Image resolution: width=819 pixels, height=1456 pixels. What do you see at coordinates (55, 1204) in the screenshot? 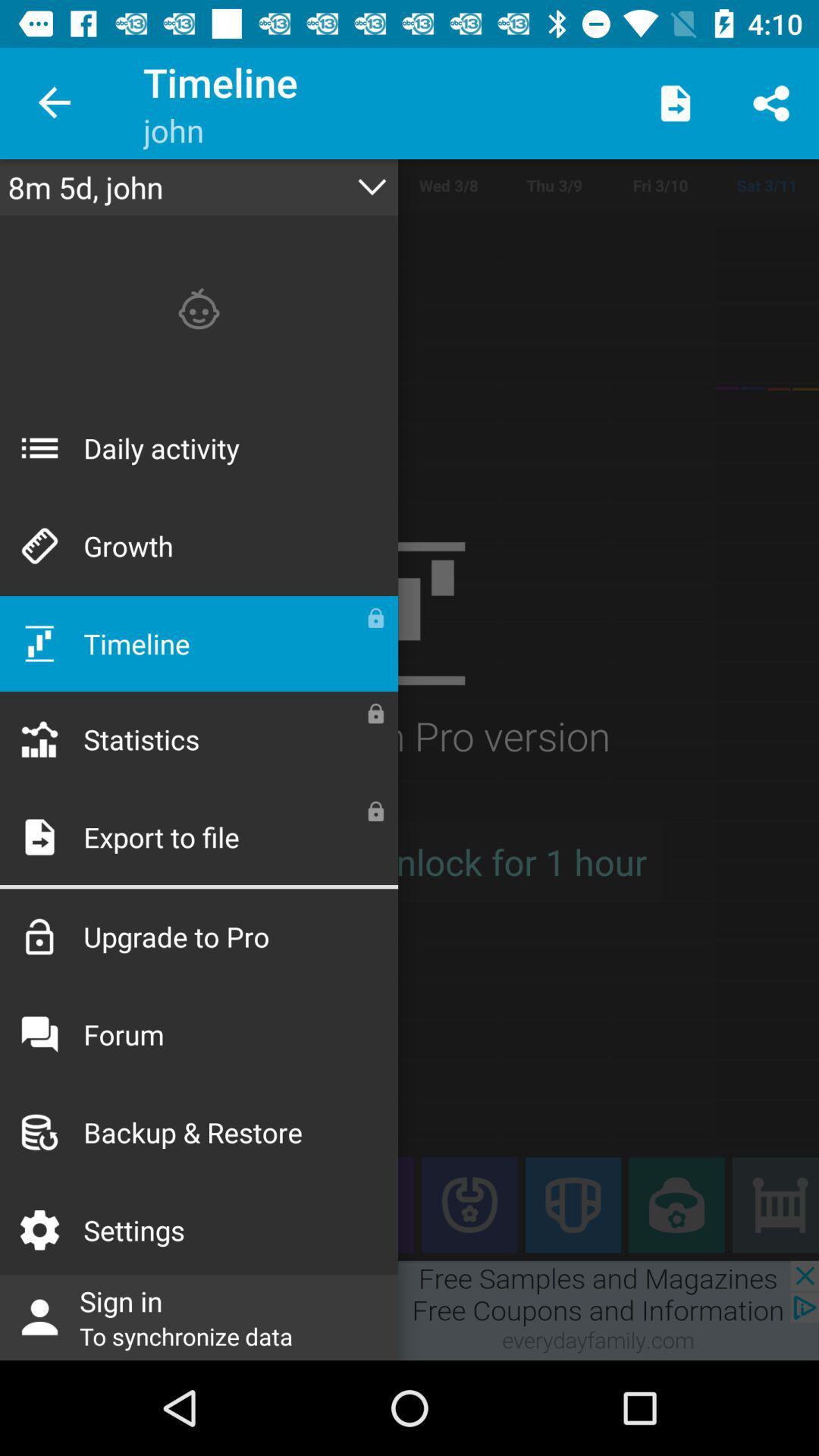
I see `the settings icon` at bounding box center [55, 1204].